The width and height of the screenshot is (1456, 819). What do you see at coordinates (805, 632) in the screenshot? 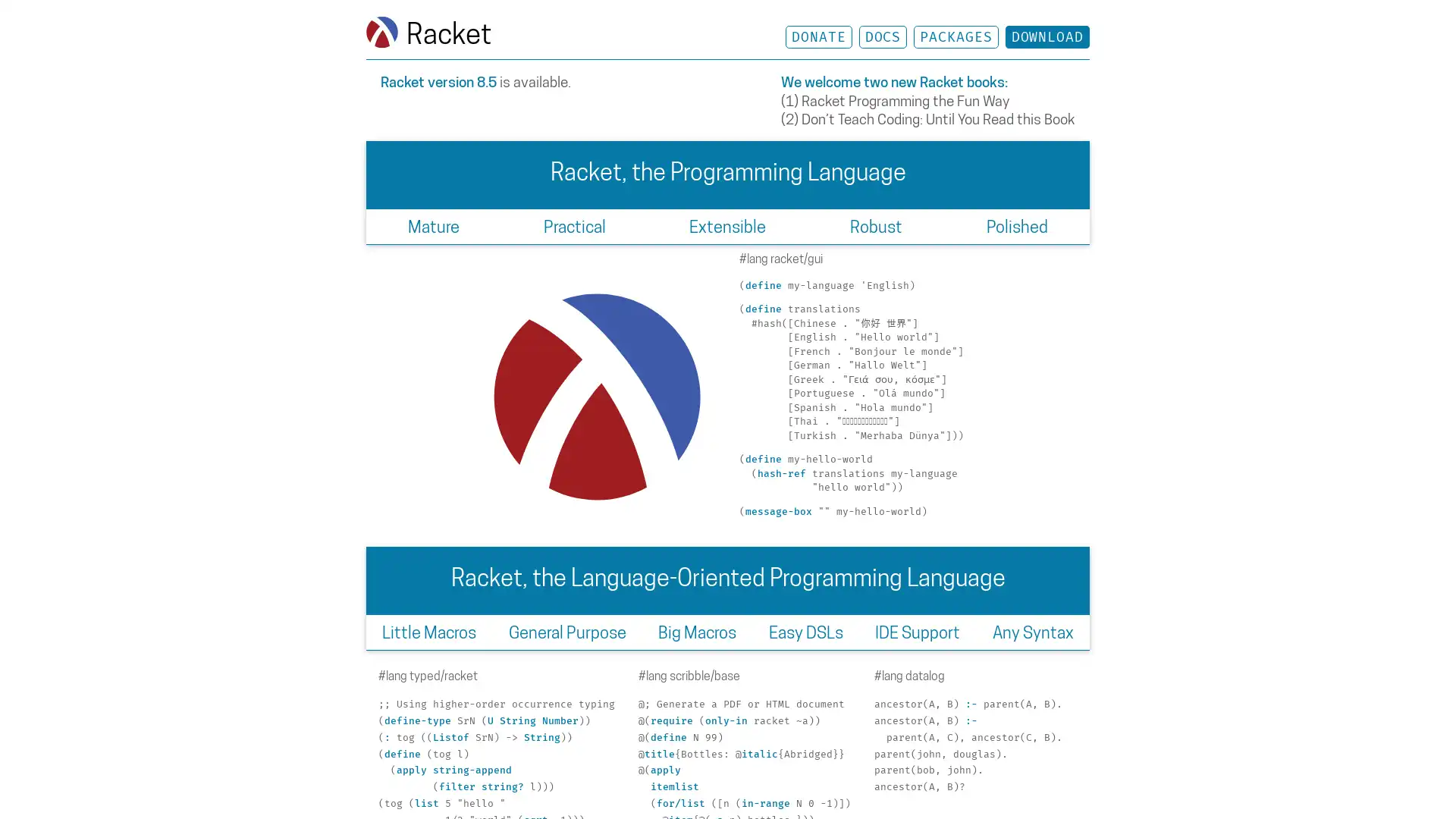
I see `Easy DSLs` at bounding box center [805, 632].